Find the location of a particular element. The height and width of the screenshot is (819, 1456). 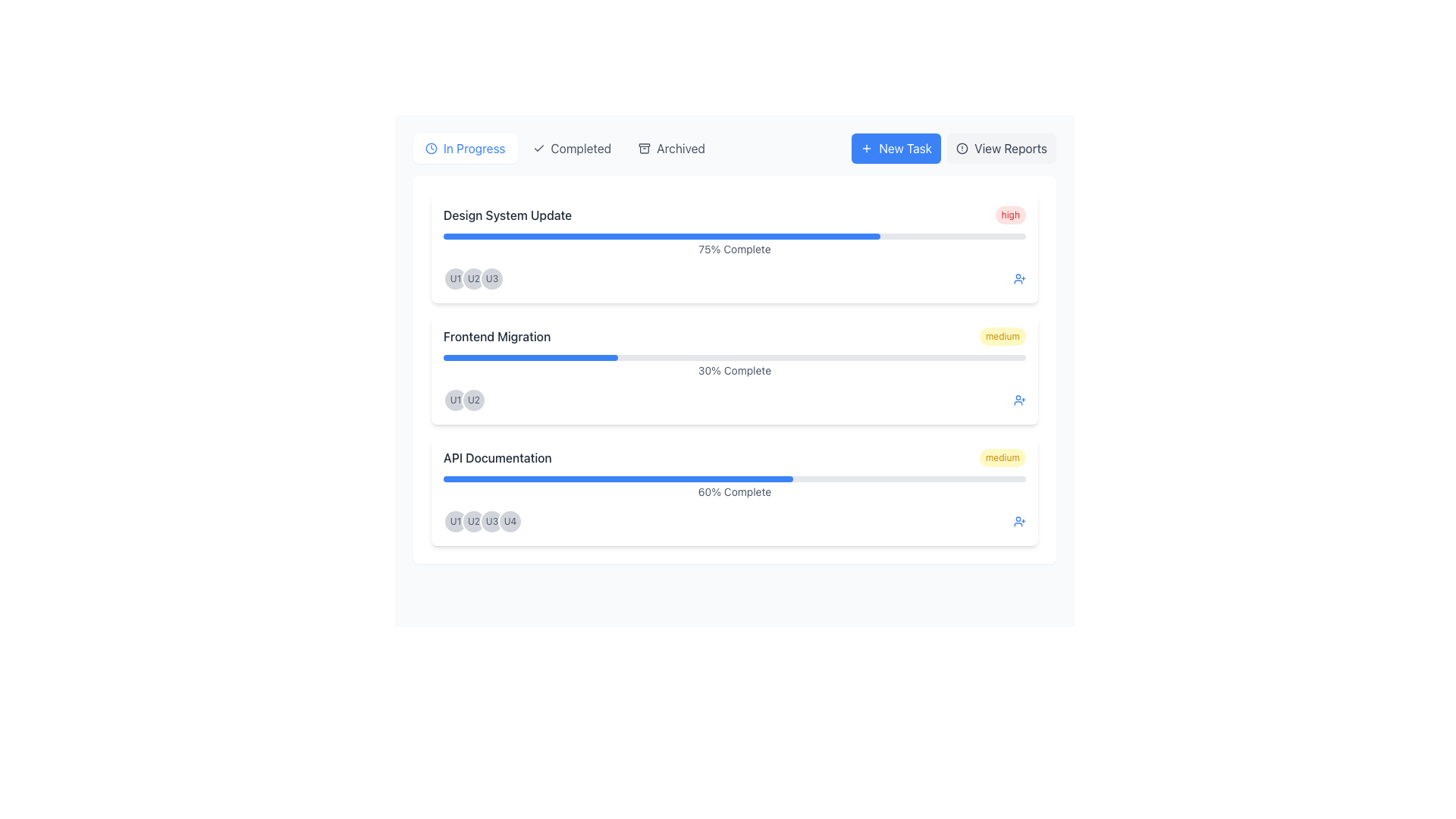

the circular button-like visual element displaying the user identifier 'U1', located in the lower section of the first task segment labeled 'Design System Update' is located at coordinates (454, 400).